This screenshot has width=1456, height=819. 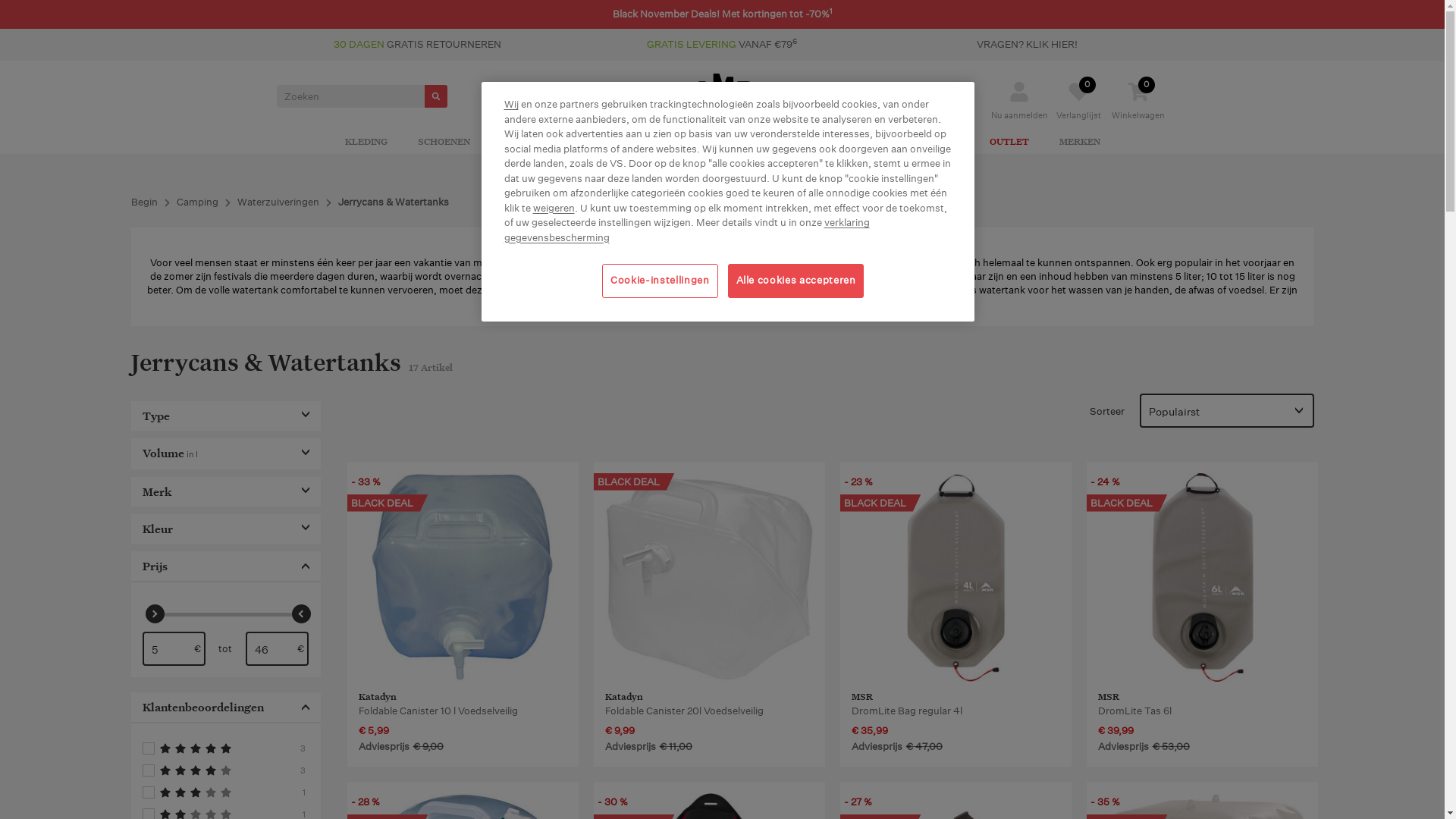 What do you see at coordinates (708, 577) in the screenshot?
I see `'Katadyn Foldable Canister 20l Voedselveilig '` at bounding box center [708, 577].